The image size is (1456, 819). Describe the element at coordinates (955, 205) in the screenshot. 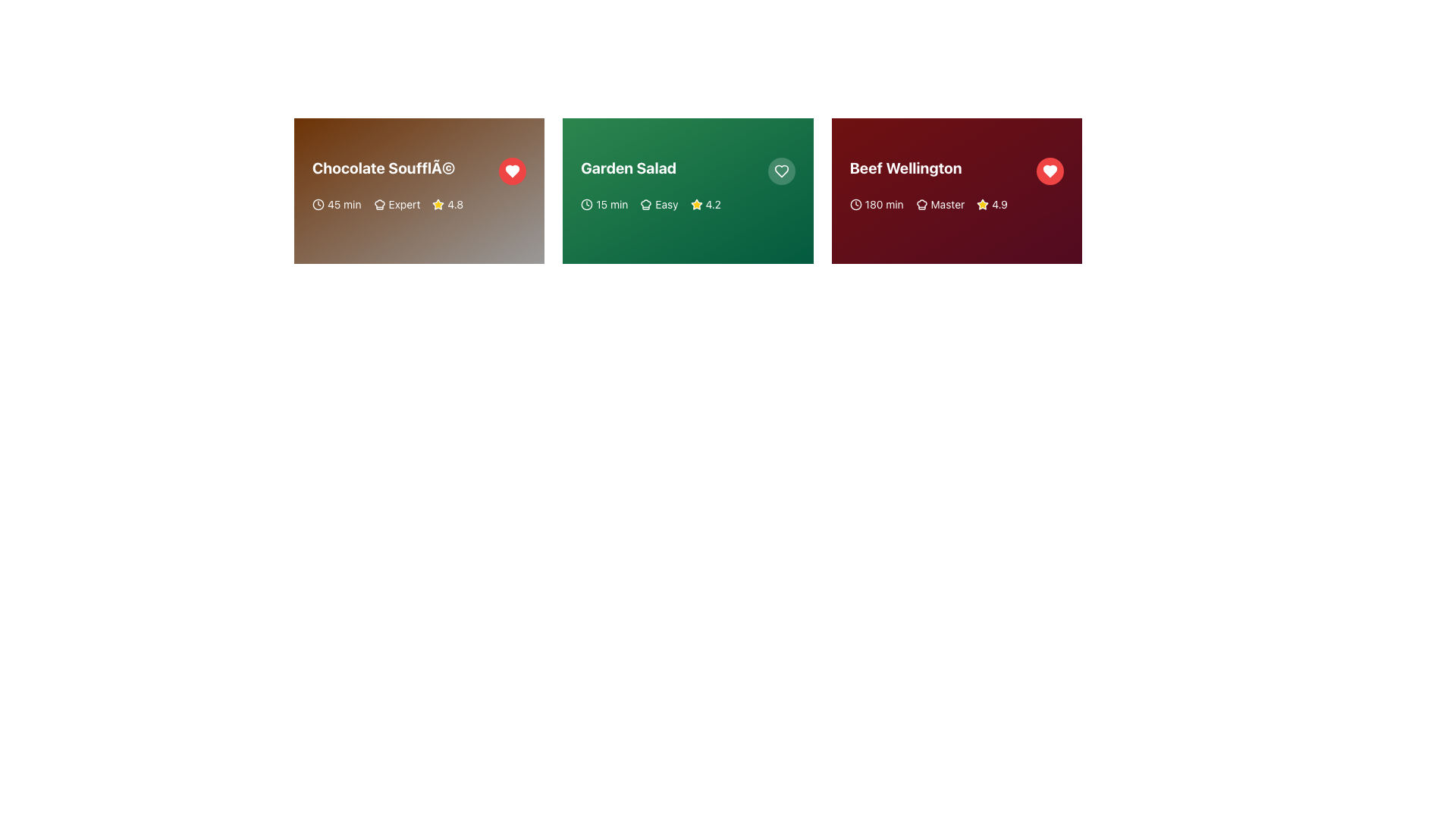

I see `the text '180 min Master 4.9' which is located below the title 'Beef Wellington' and is the third card on the right in a horizontally aligned list of cards` at that location.